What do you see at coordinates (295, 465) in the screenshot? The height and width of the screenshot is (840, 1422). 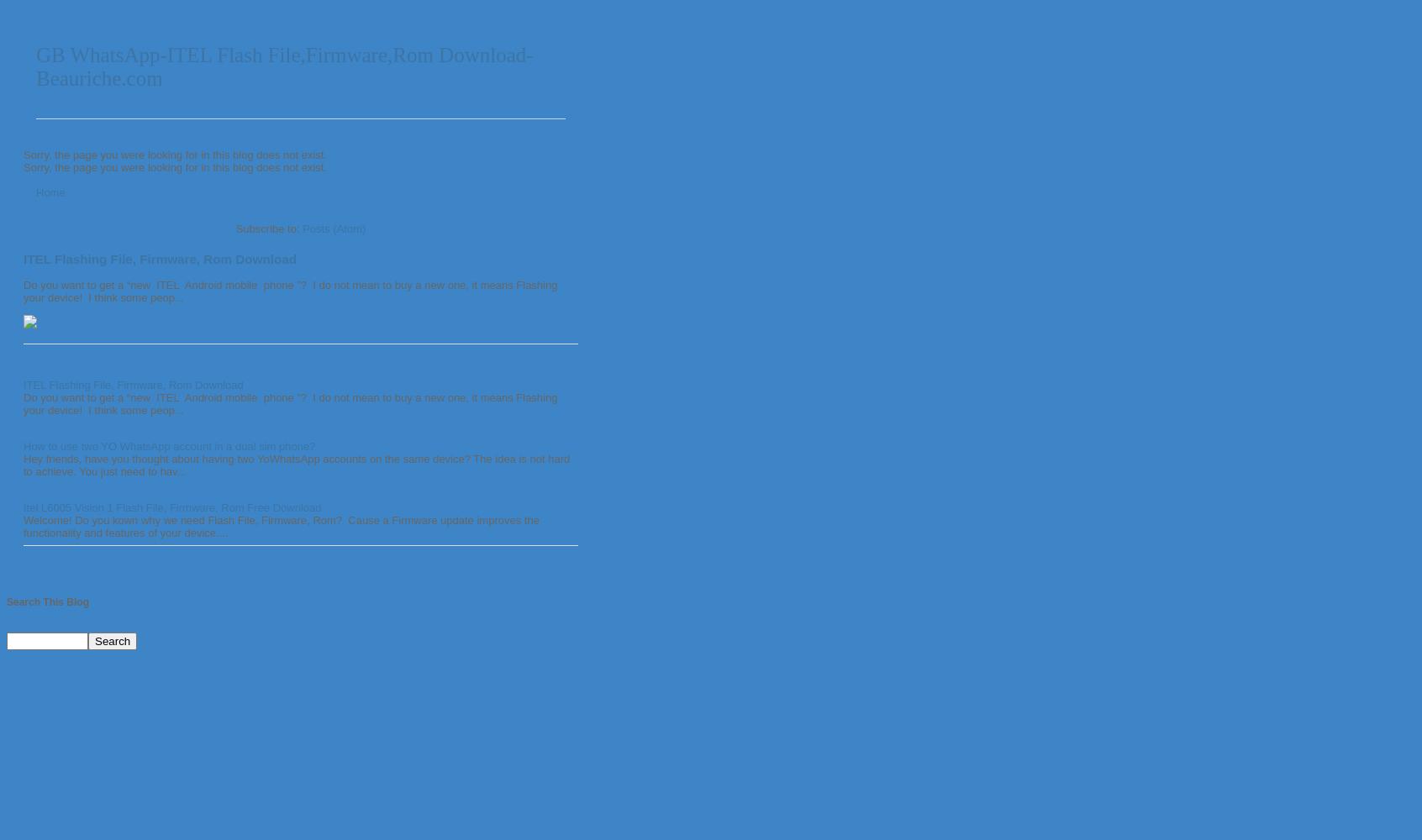 I see `'Hey friends, have you thought about having two YoWhatsApp accounts on the same device? The idea is not hard to achieve. You just need to hav...'` at bounding box center [295, 465].